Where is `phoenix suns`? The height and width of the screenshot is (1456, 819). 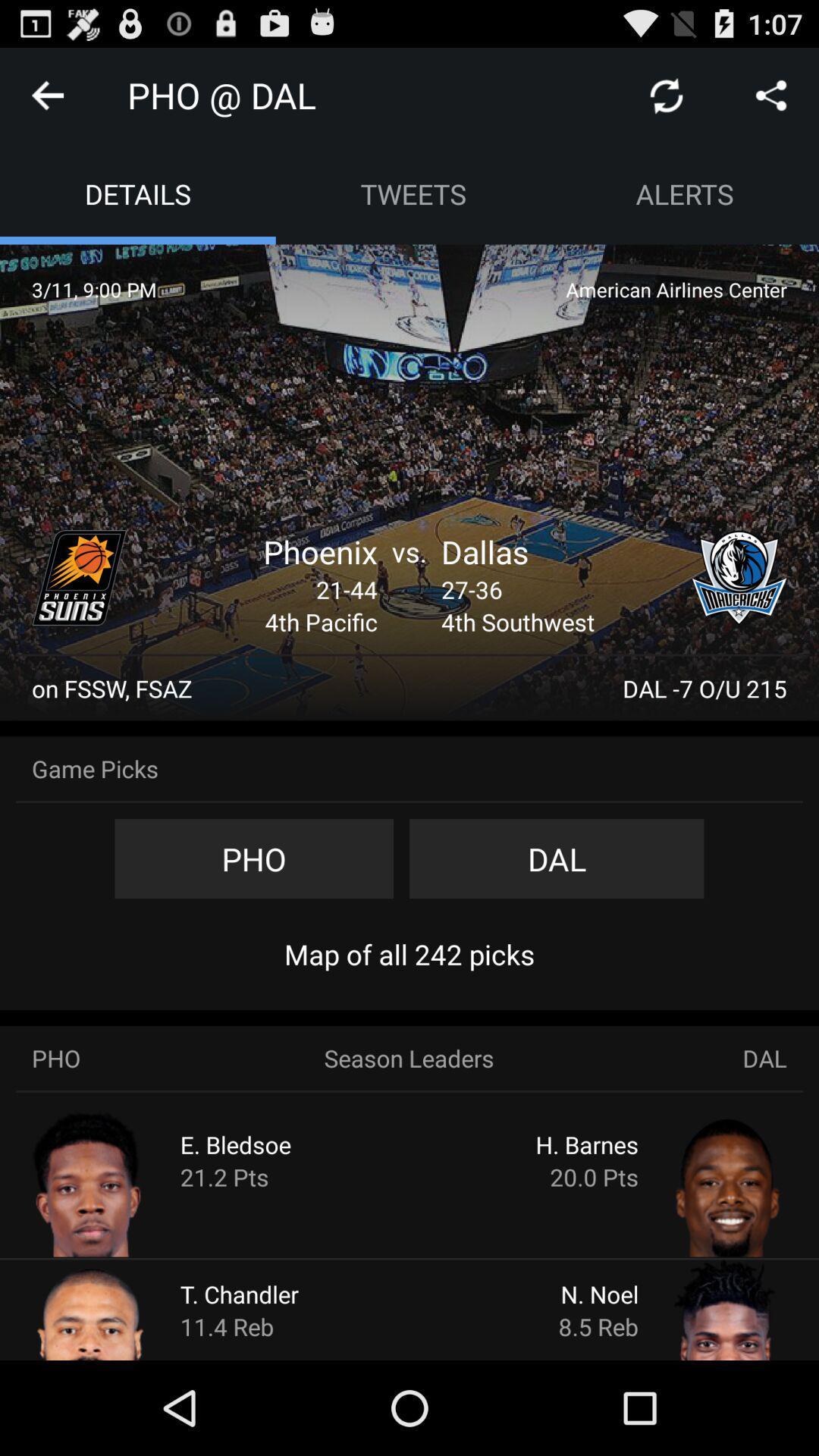 phoenix suns is located at coordinates (79, 577).